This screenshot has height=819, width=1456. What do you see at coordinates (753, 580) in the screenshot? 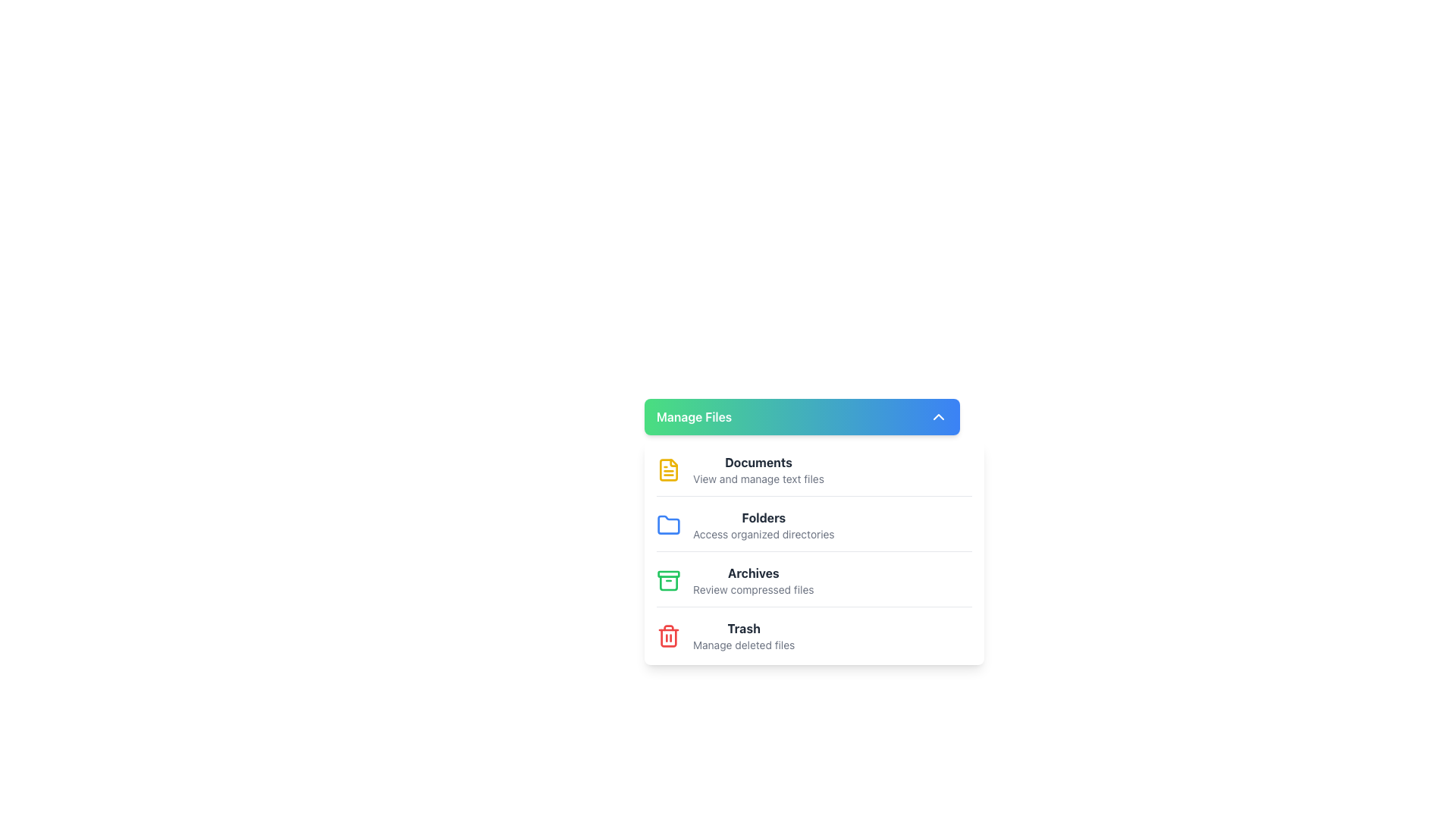
I see `the List item that represents a menu option for accessing and managing archived files, located between 'Folders' and 'Trash' in a vertical menu` at bounding box center [753, 580].